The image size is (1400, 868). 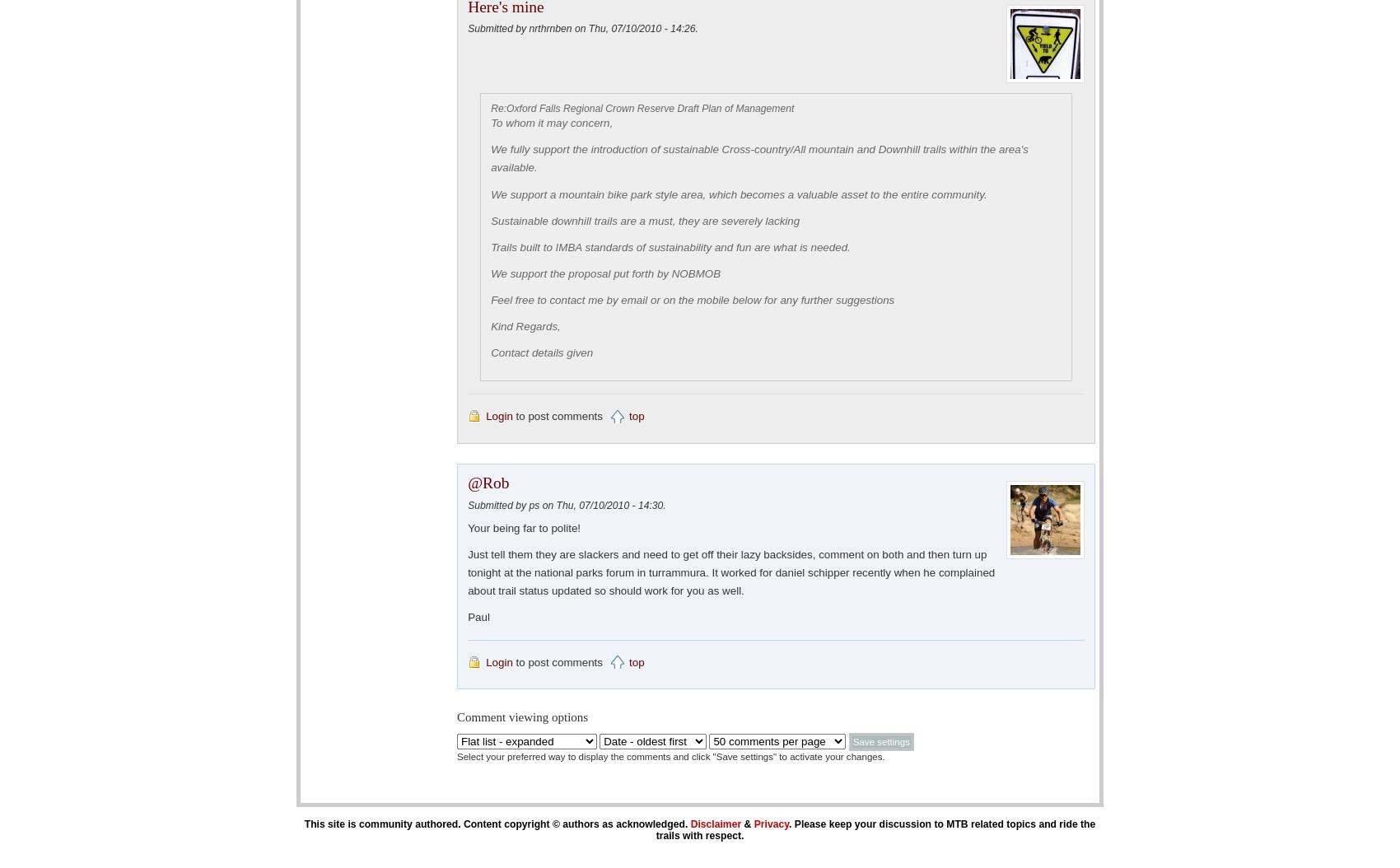 I want to click on 'Privacy', so click(x=771, y=824).